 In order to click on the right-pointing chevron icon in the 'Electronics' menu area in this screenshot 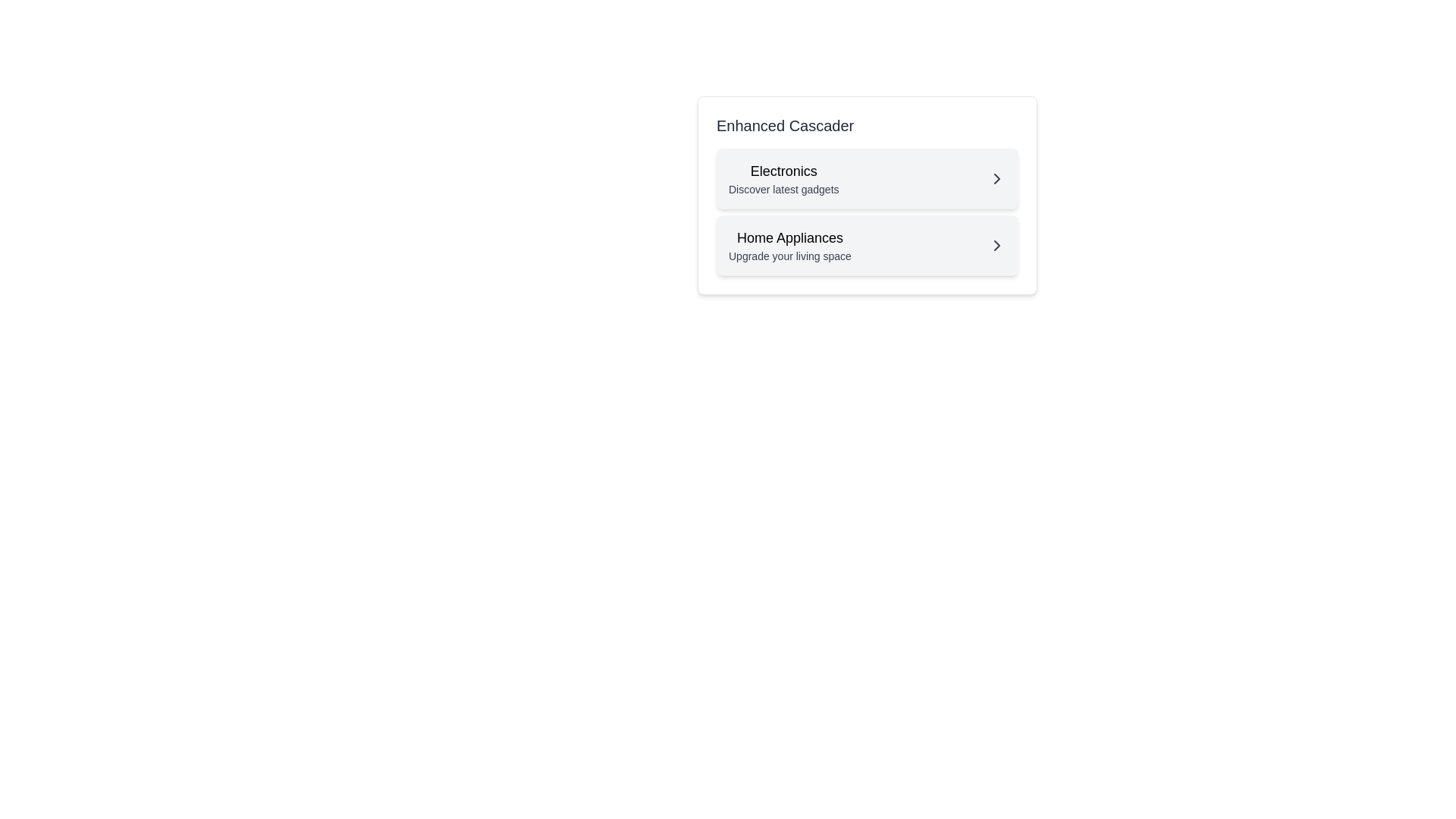, I will do `click(997, 177)`.